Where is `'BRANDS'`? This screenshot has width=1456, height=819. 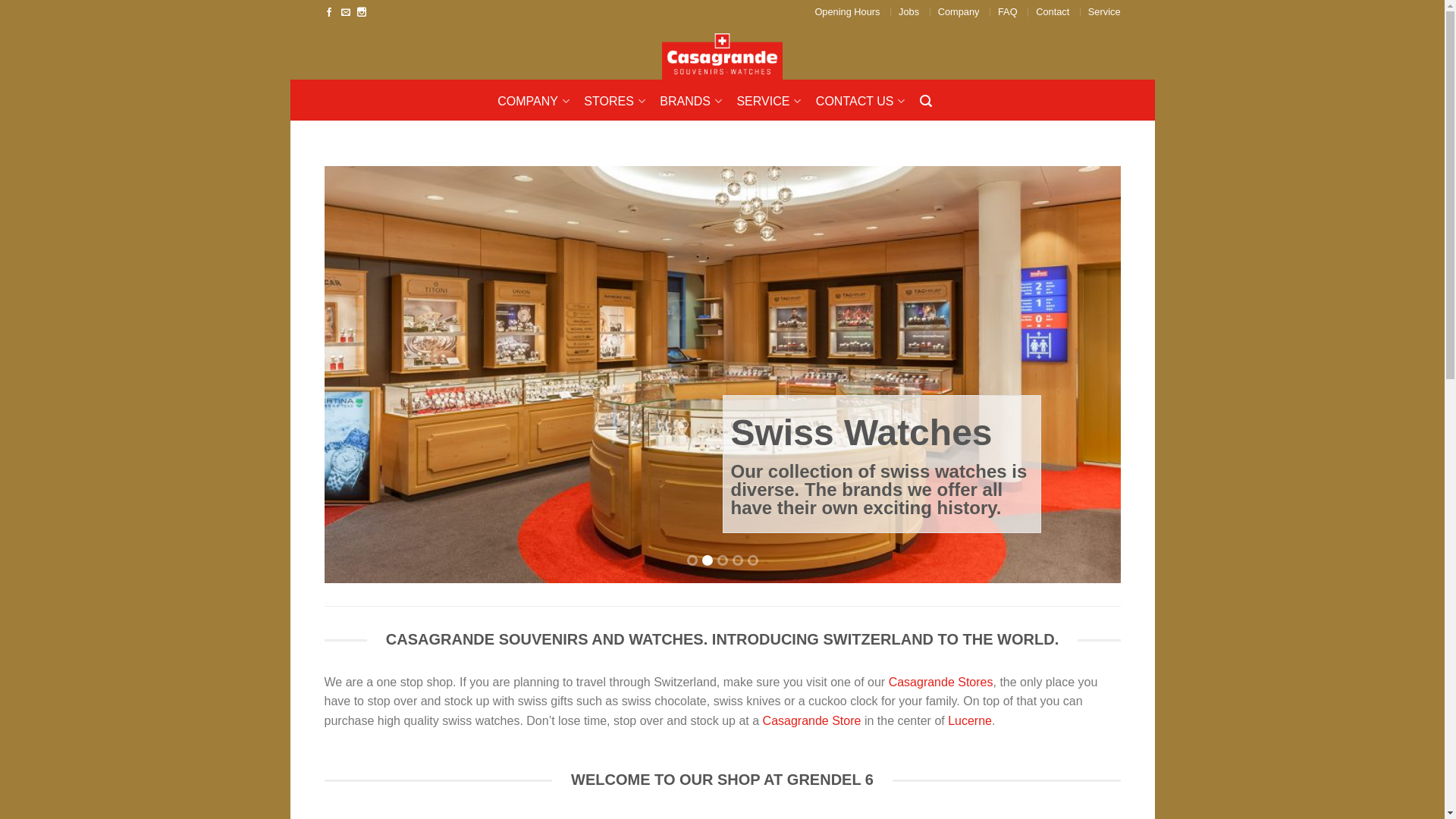
'BRANDS' is located at coordinates (695, 101).